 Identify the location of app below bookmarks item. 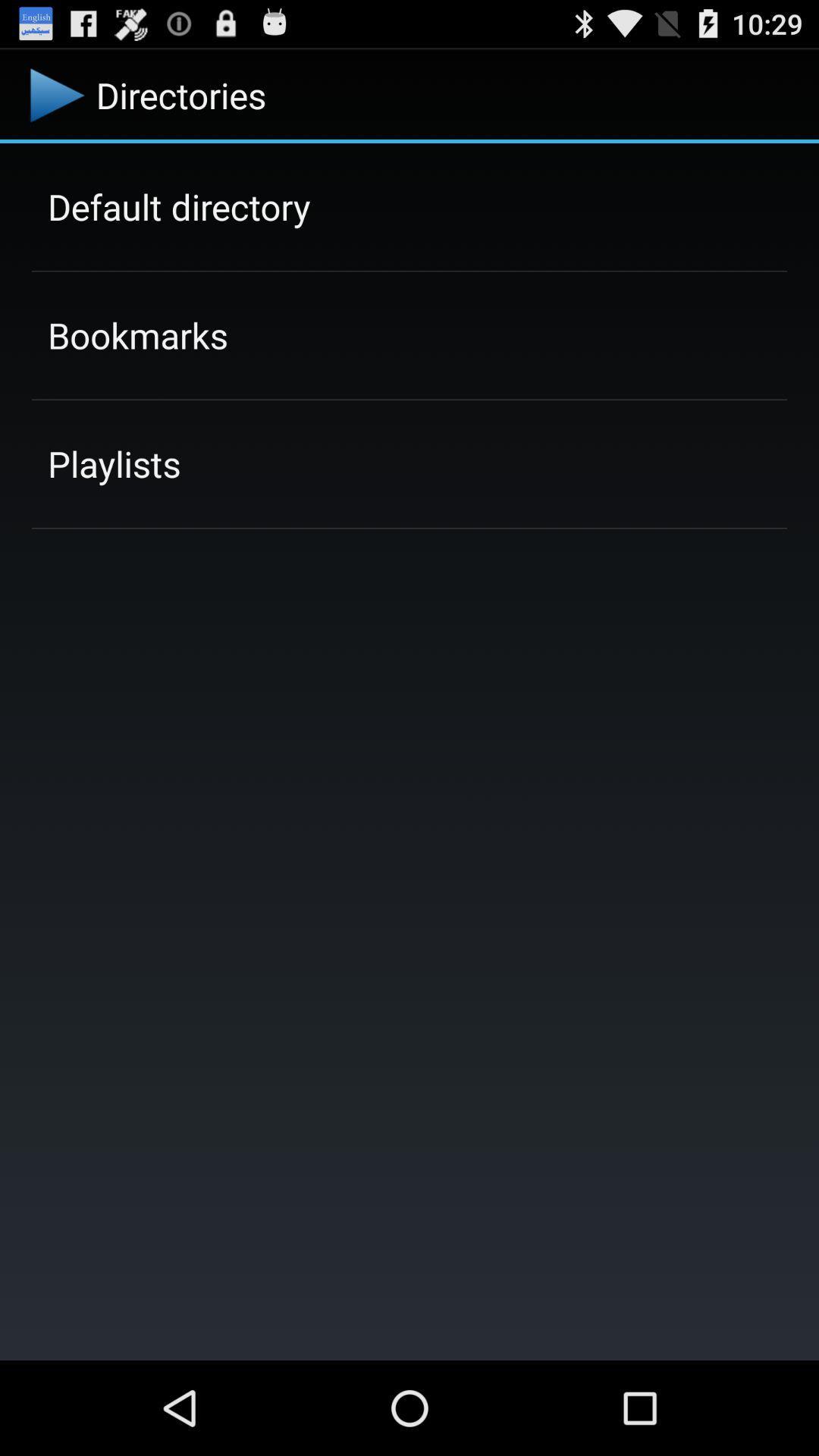
(113, 463).